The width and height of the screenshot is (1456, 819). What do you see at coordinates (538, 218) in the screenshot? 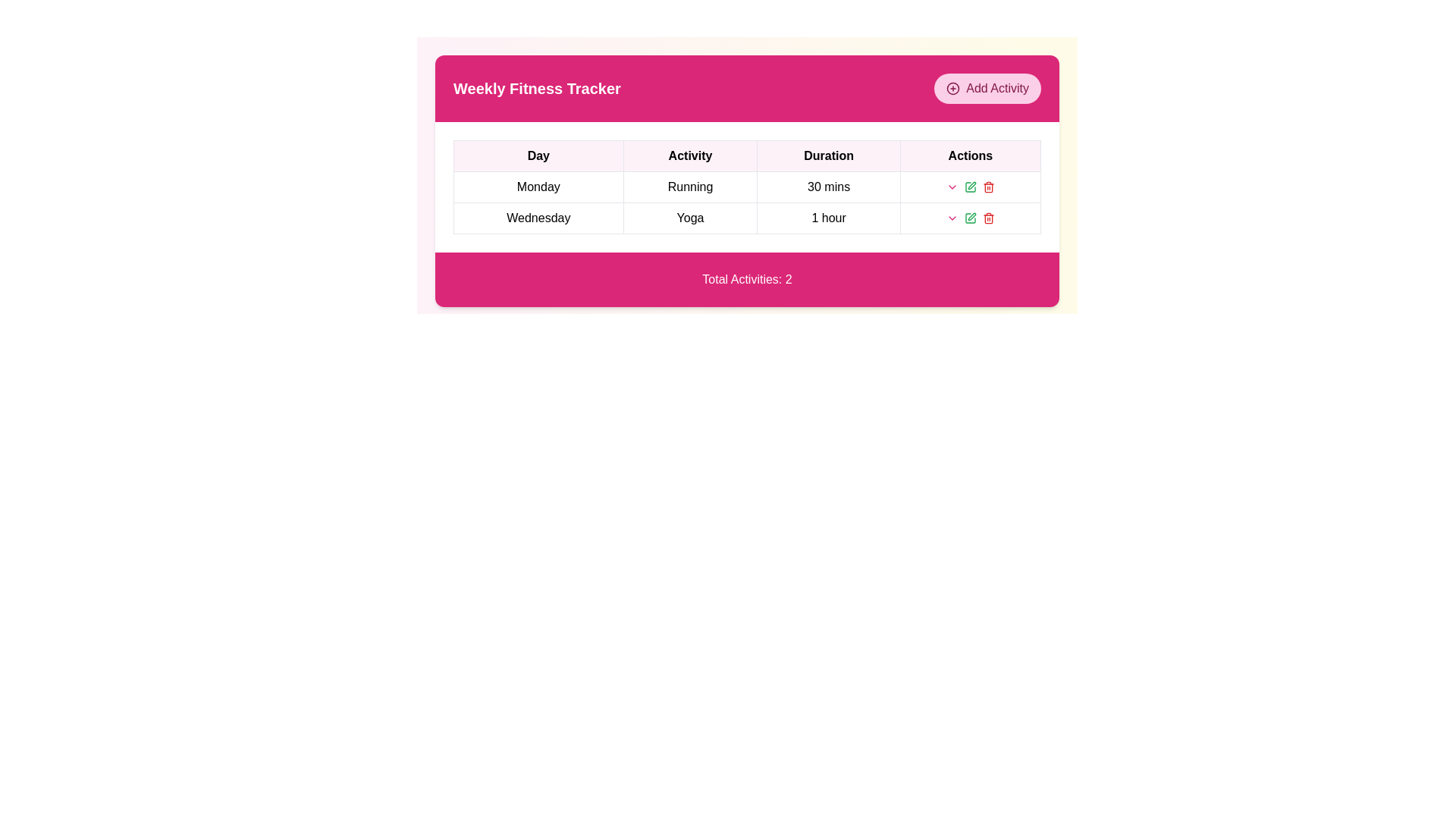
I see `the static text indicating the day of the week in the second row of the table under the column labeled 'Day', positioned to the left of 'Yoga' and '1 hour'` at bounding box center [538, 218].